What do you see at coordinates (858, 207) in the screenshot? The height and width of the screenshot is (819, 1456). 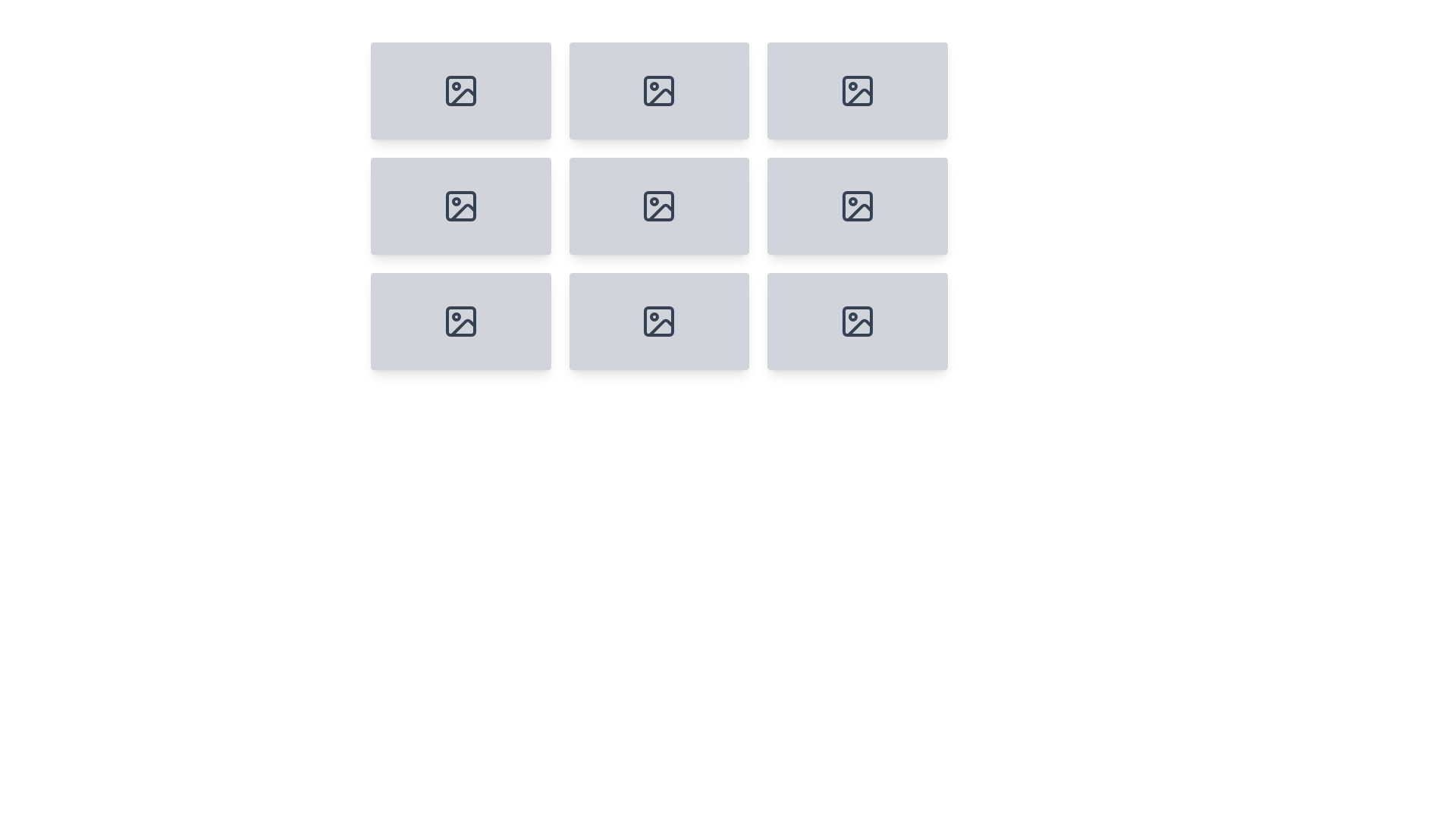 I see `the text label displaying 'Image 6', which is bold, white, and part of a description overlay on an image located at the bottom of the sixth item in a 3x3 grid layout` at bounding box center [858, 207].